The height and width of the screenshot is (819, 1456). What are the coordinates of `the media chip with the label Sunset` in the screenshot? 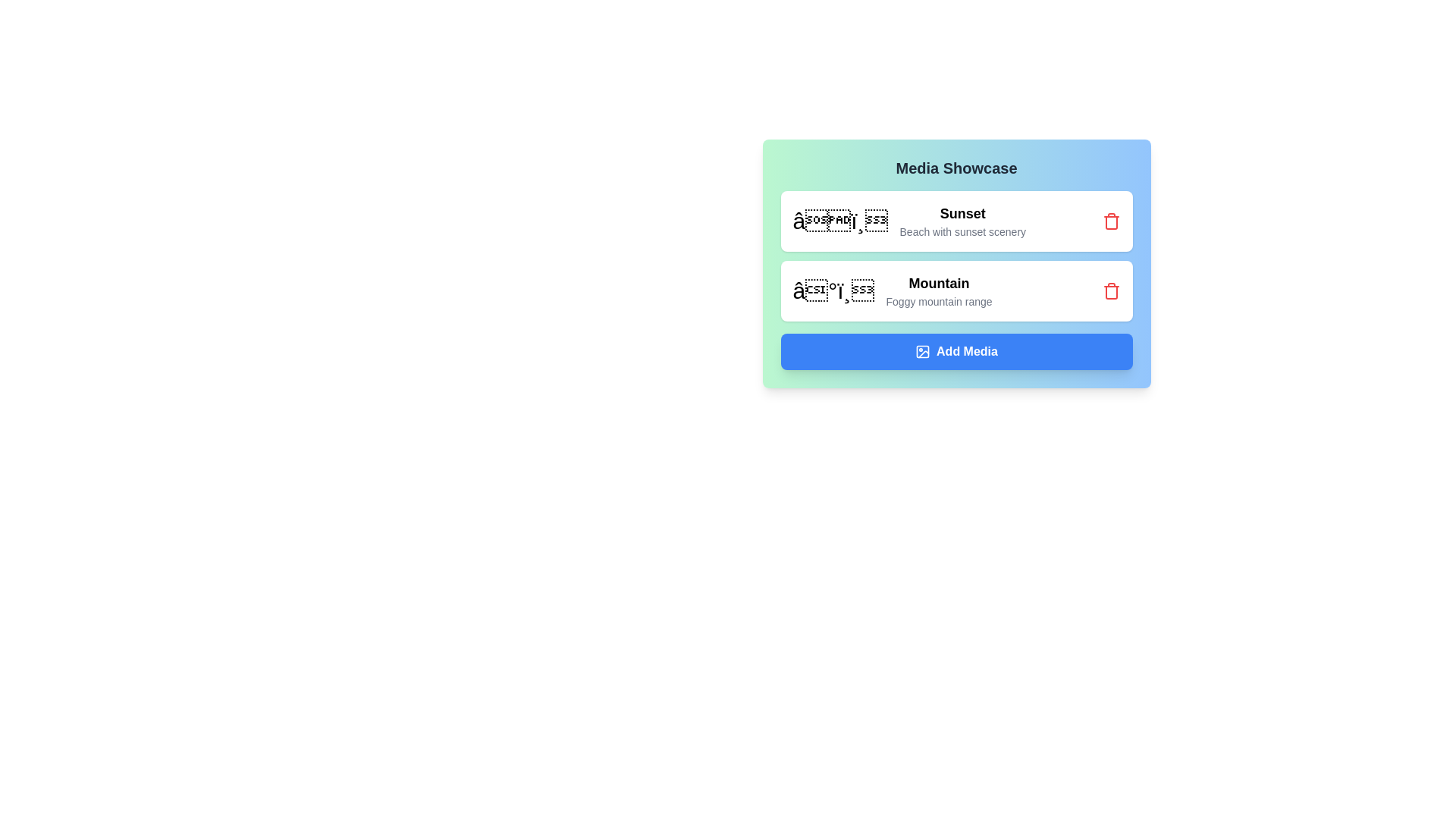 It's located at (955, 221).